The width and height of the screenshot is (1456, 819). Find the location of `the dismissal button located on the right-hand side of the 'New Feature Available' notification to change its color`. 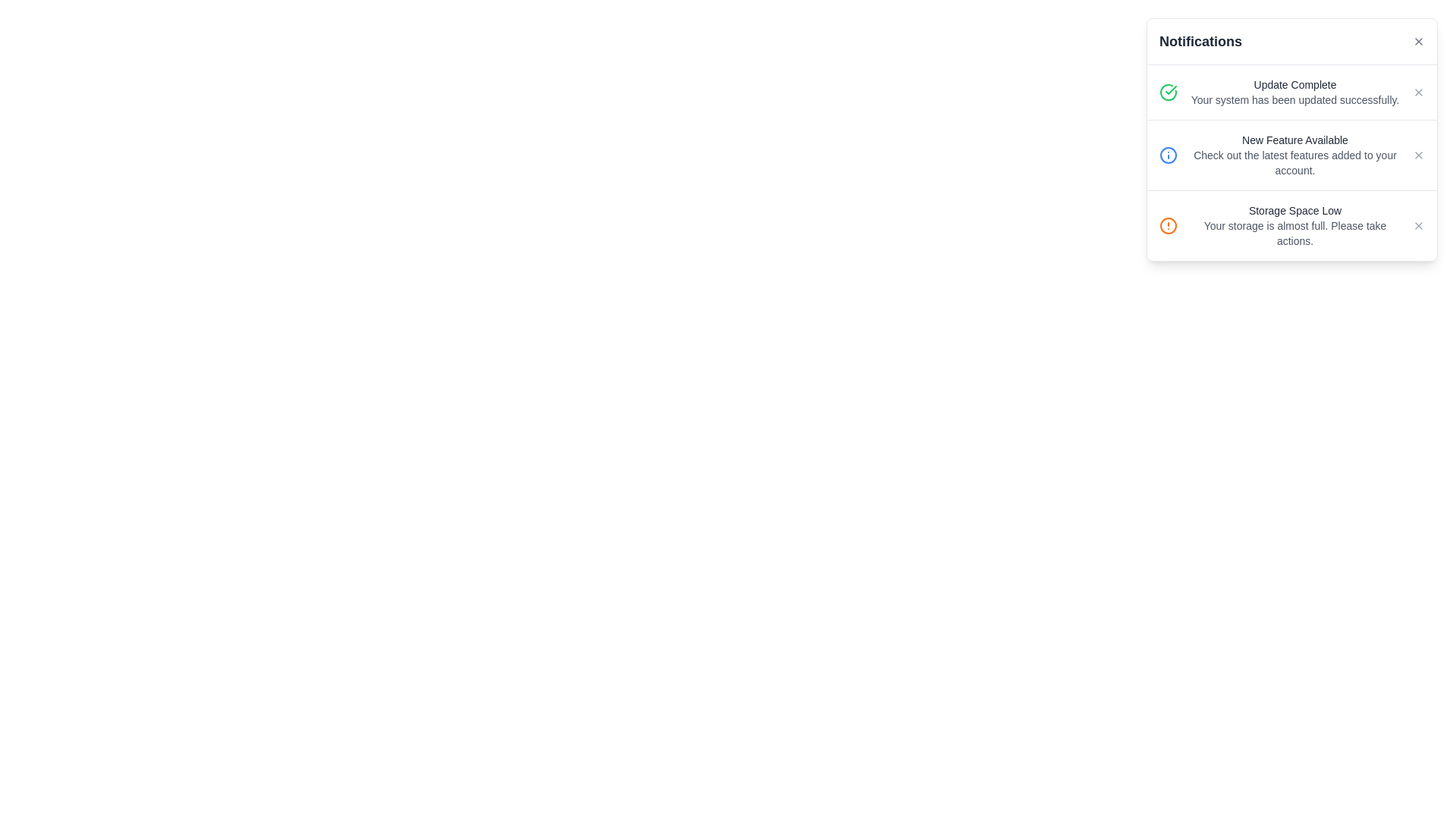

the dismissal button located on the right-hand side of the 'New Feature Available' notification to change its color is located at coordinates (1418, 155).